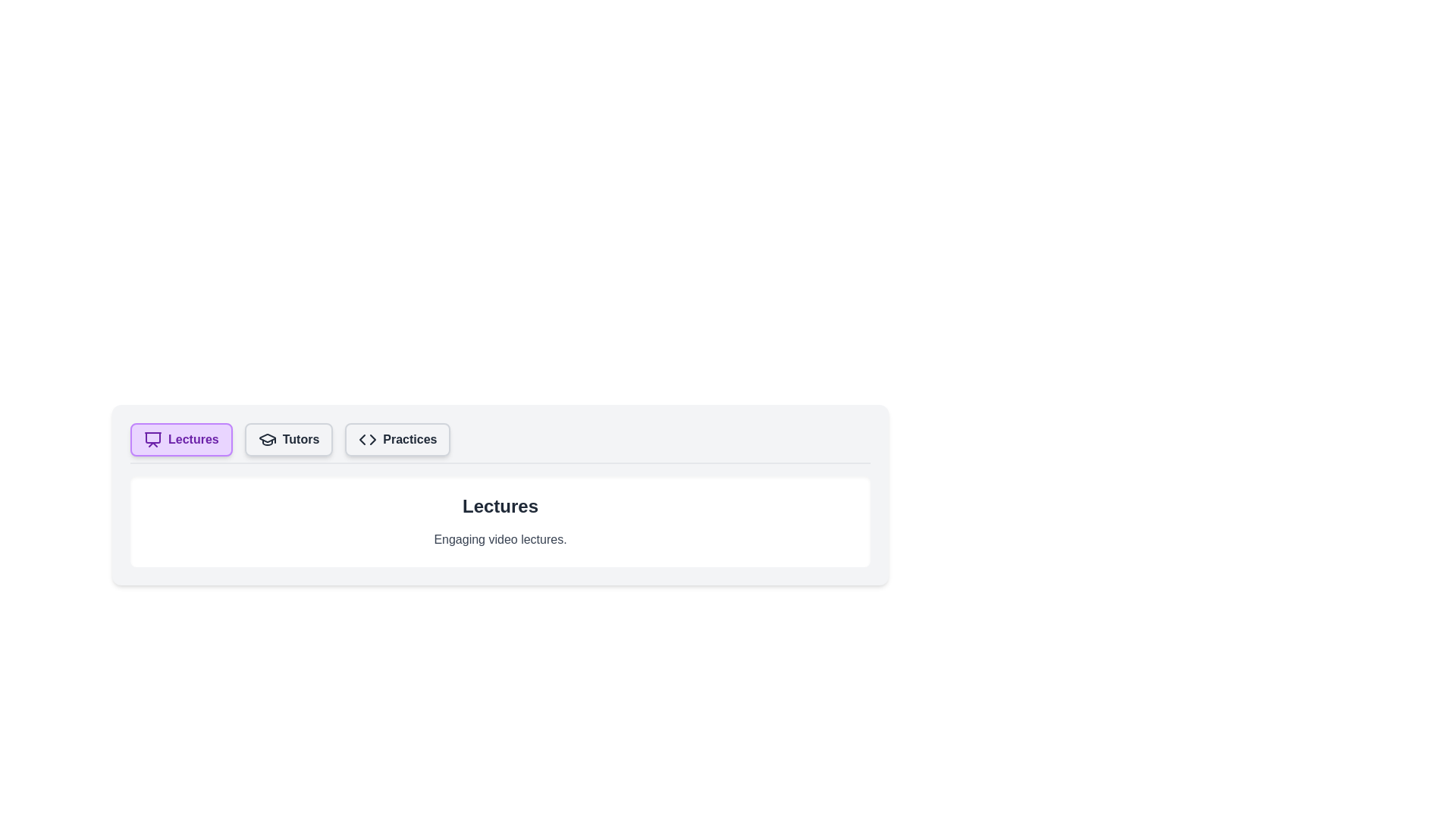 Image resolution: width=1456 pixels, height=819 pixels. I want to click on the 'Lectures' button located in the 'tabs-header' navigation bar to observe any hover effect, so click(181, 439).